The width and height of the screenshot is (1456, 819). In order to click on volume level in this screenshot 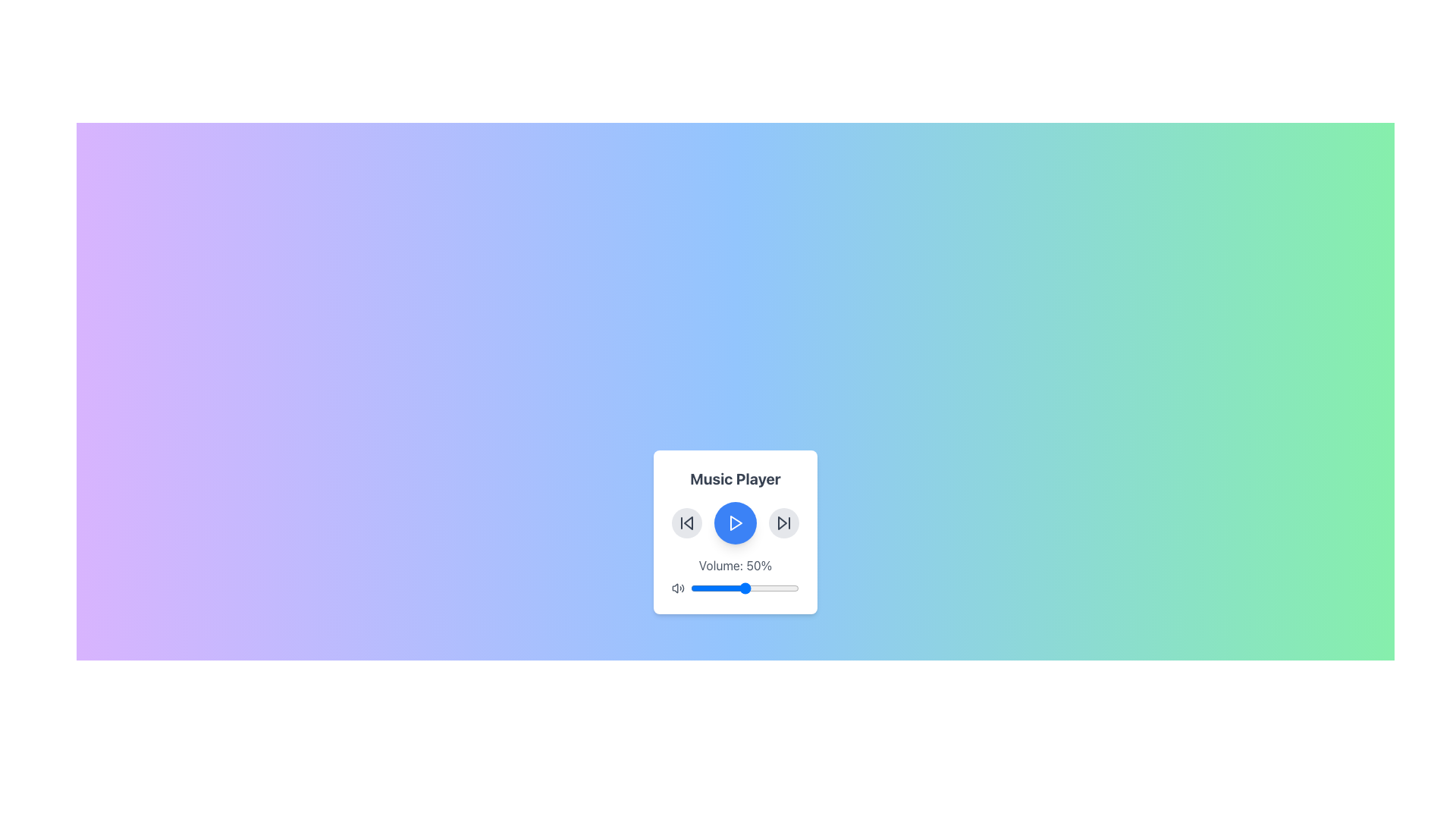, I will do `click(748, 587)`.